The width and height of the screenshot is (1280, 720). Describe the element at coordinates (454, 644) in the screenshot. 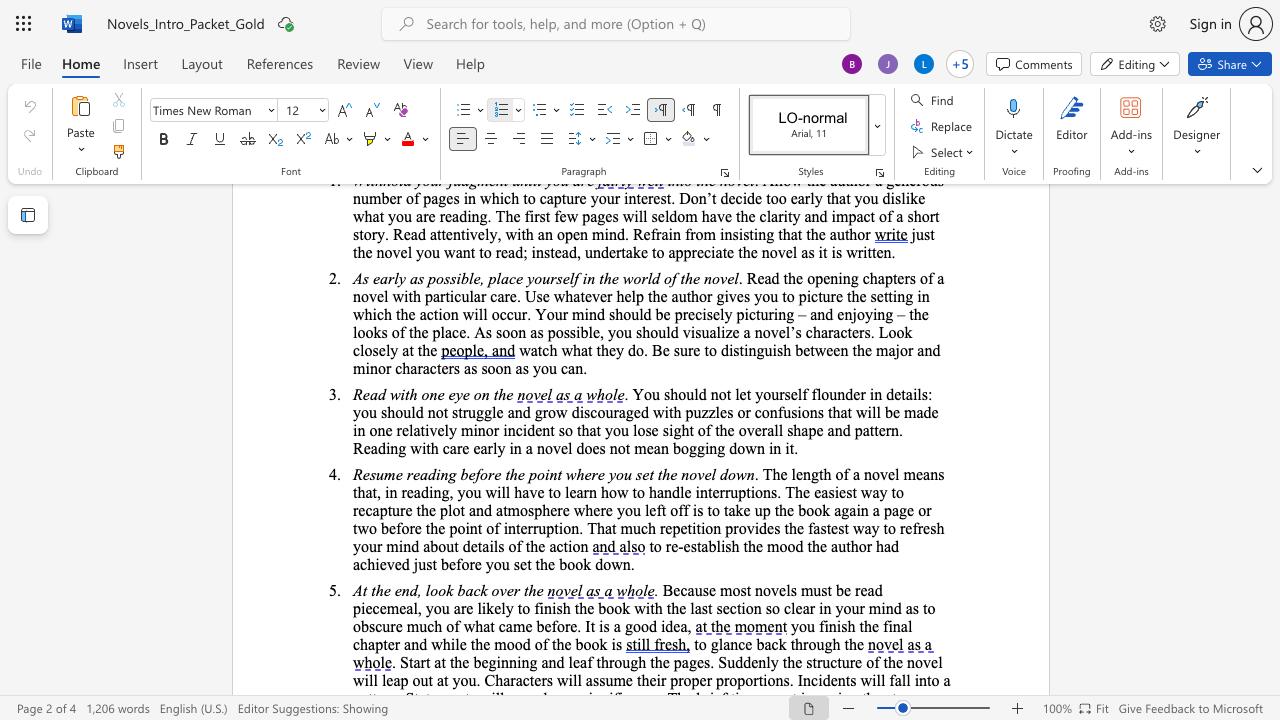

I see `the space between the continuous character "i" and "l" in the text` at that location.